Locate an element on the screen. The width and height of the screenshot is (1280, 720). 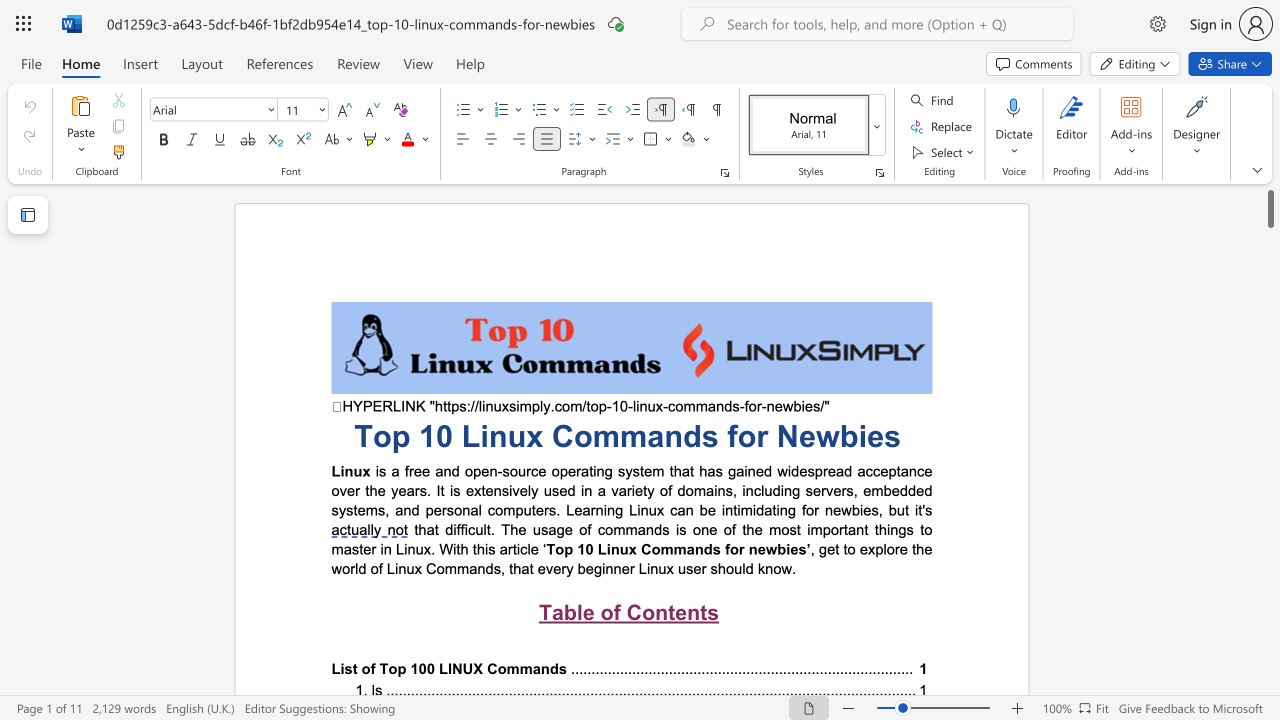
the 2th character "s" in the text is located at coordinates (561, 668).